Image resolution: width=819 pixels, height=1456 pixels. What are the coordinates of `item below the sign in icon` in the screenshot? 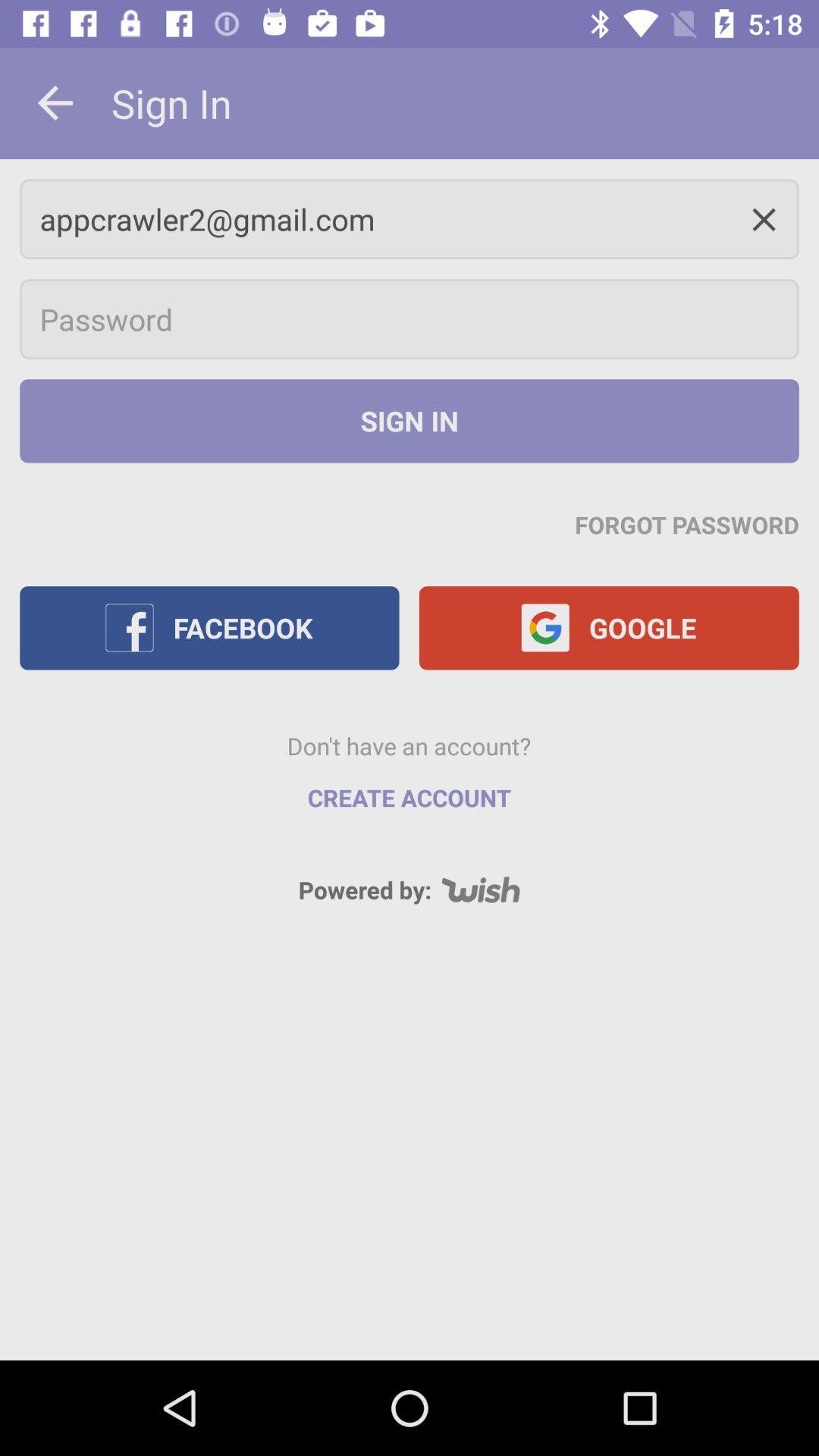 It's located at (687, 524).